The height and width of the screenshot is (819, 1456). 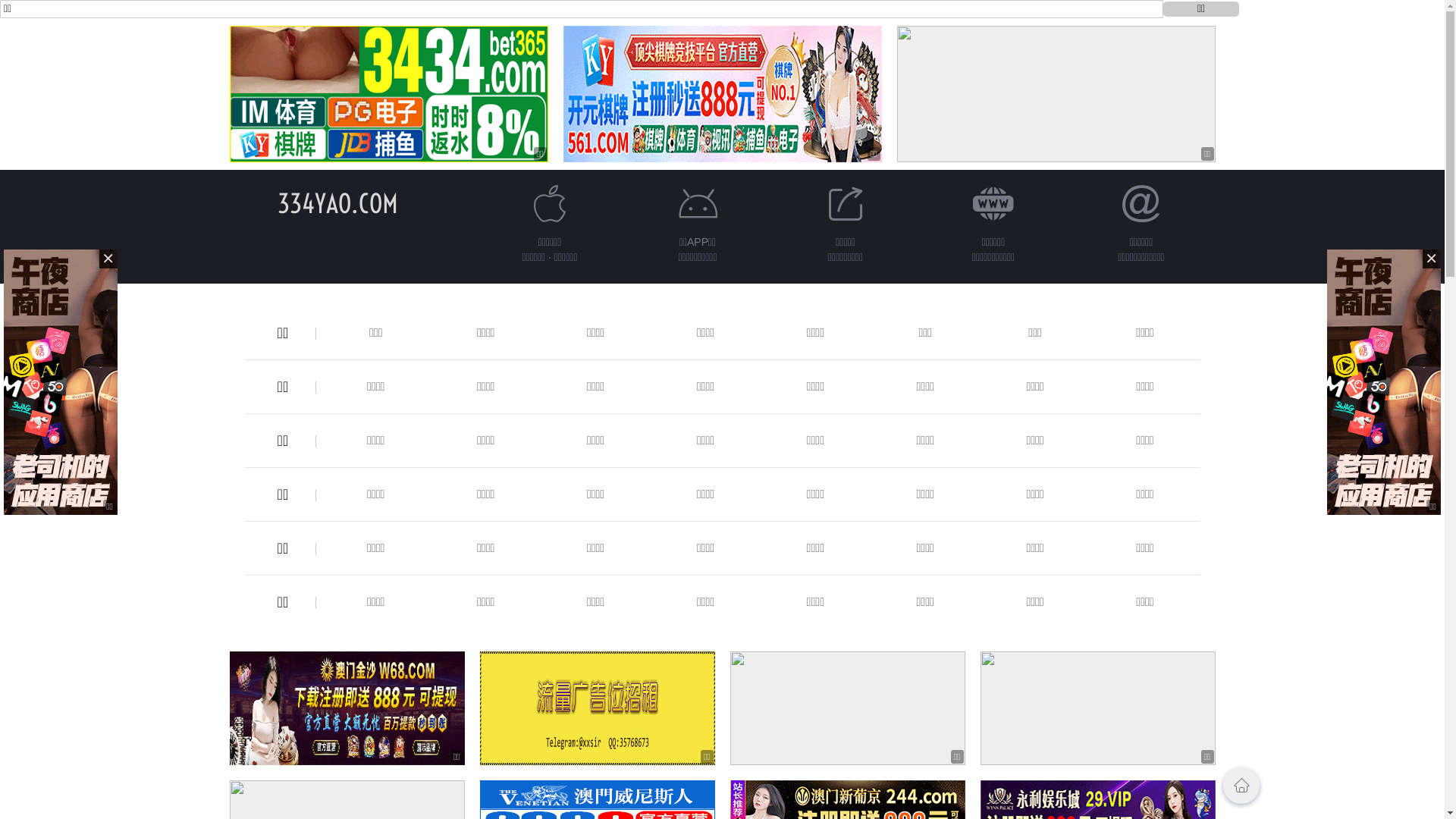 I want to click on '334YAO.COM', so click(x=277, y=202).